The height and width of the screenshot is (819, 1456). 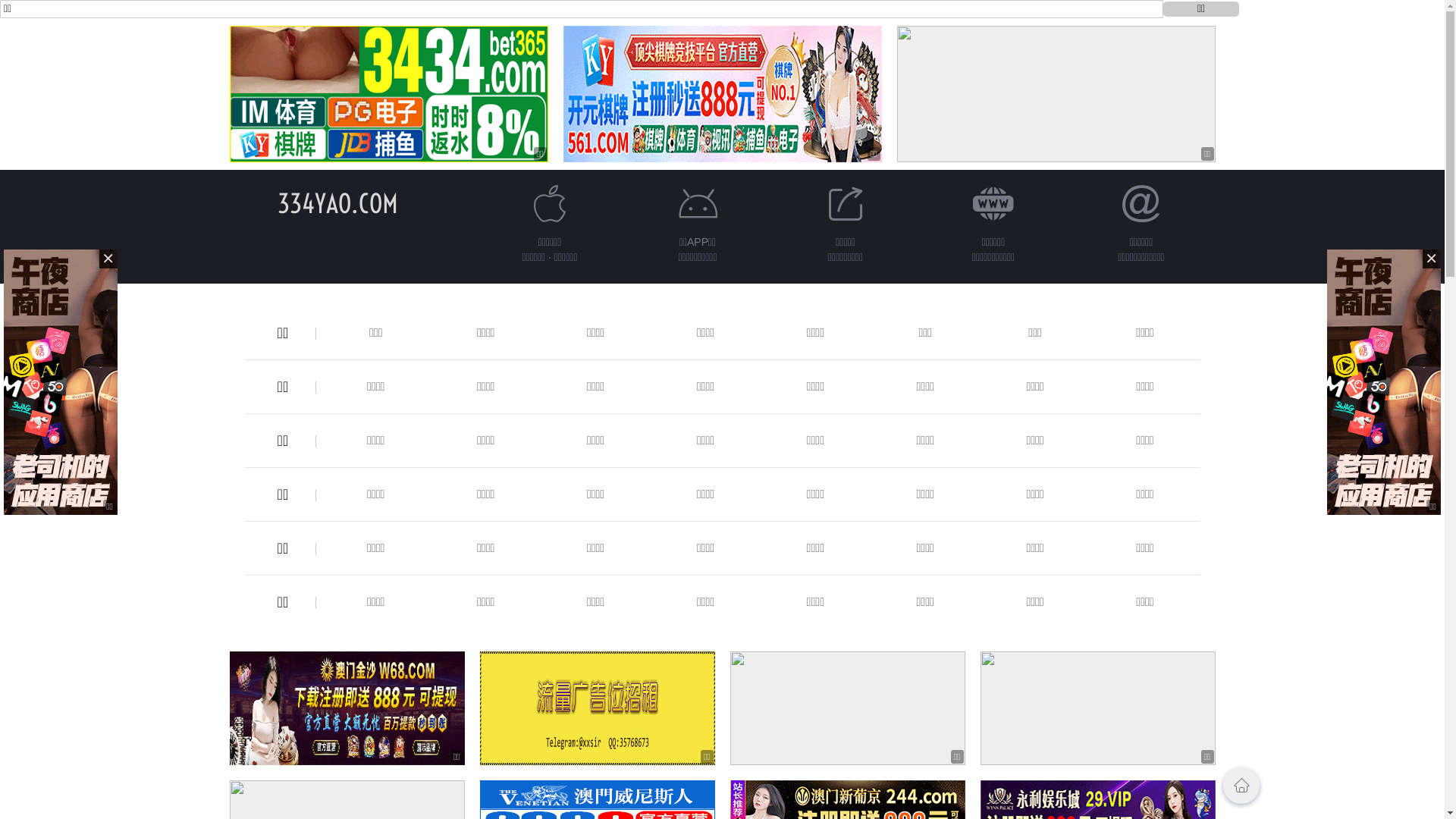 I want to click on '334YAO.COM', so click(x=277, y=202).